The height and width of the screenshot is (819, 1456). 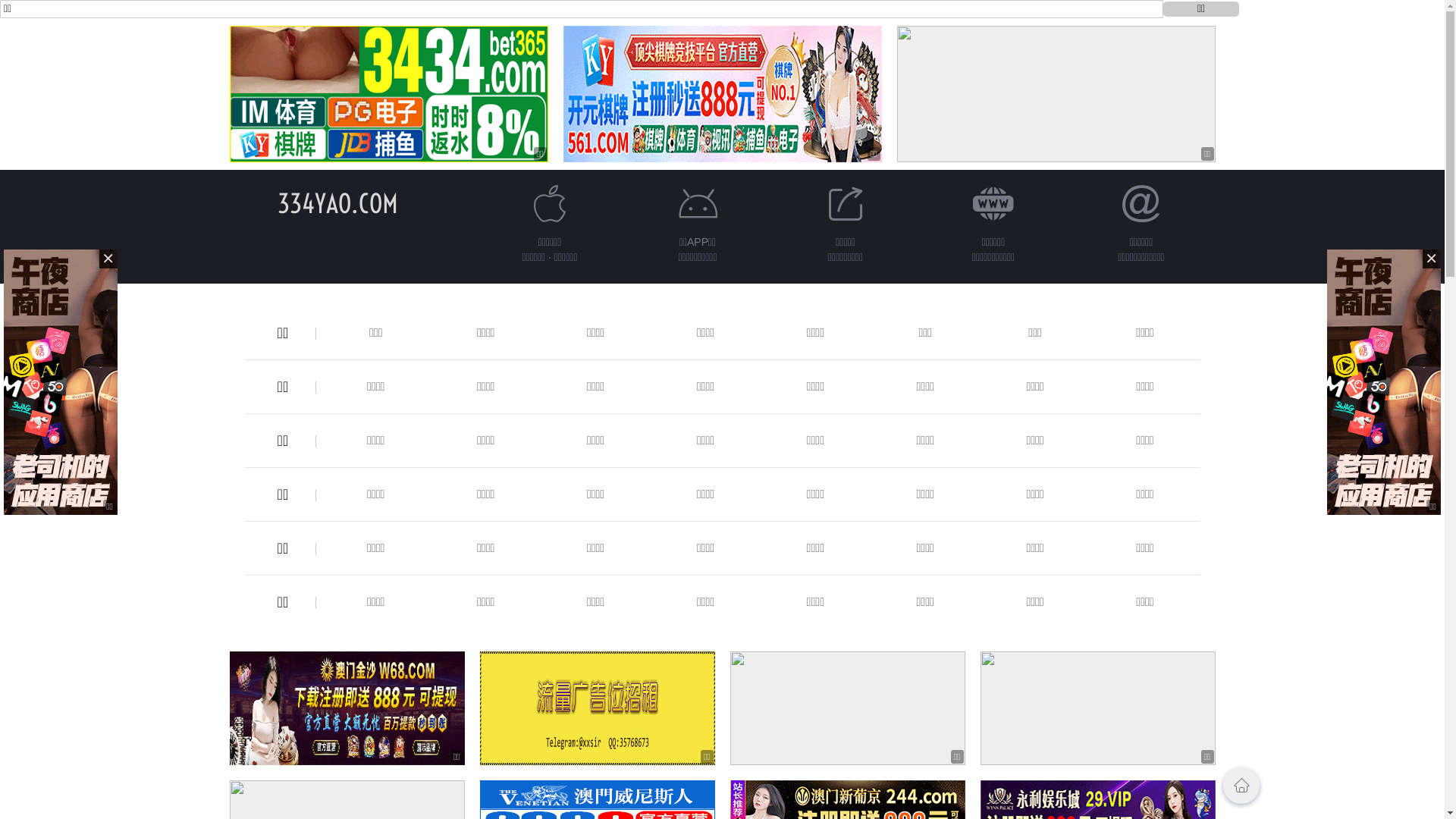 I want to click on '334YAO.COM', so click(x=277, y=202).